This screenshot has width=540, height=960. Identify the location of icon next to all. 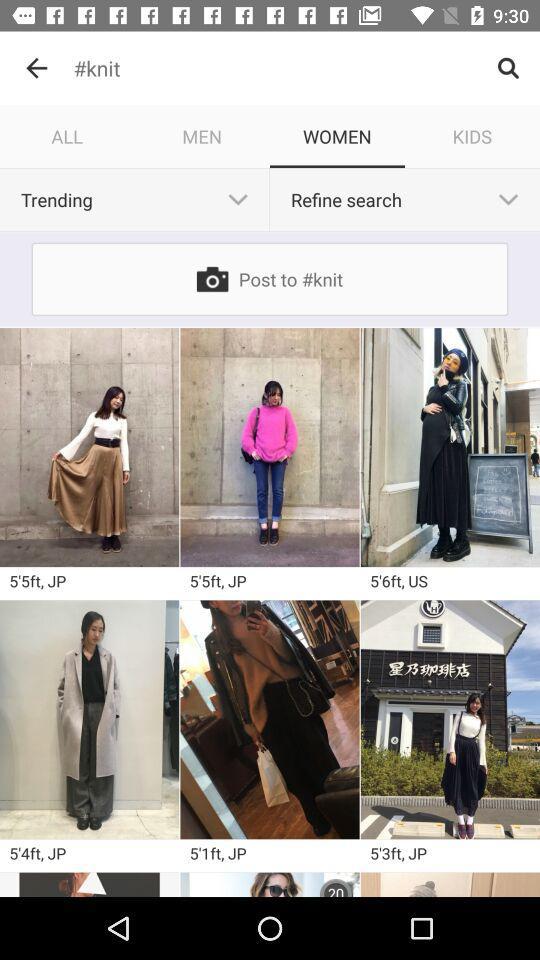
(202, 135).